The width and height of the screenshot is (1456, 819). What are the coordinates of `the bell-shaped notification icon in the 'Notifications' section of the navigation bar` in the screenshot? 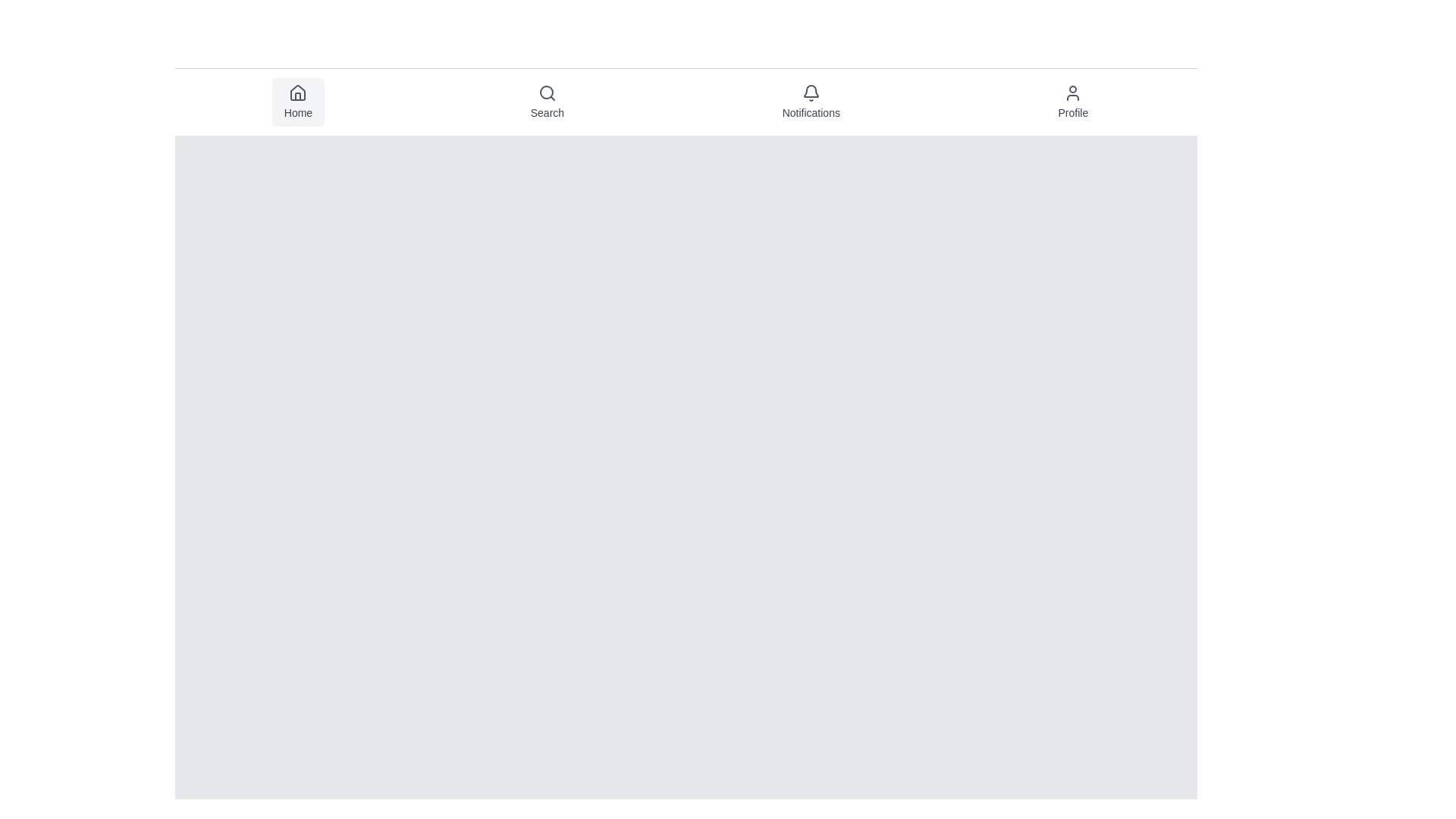 It's located at (810, 93).